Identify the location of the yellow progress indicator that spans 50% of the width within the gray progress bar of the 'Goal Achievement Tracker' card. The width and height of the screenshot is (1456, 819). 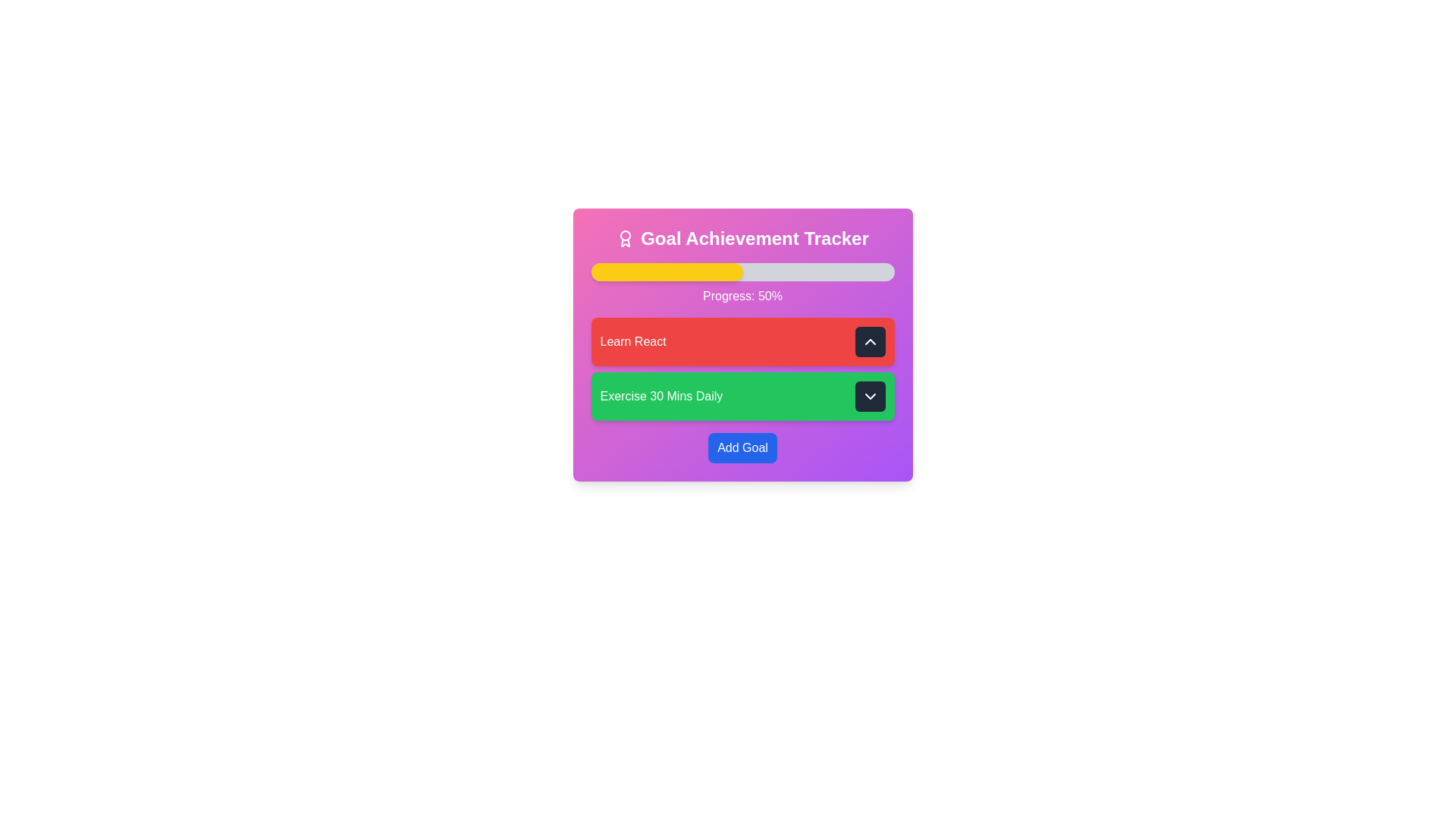
(667, 271).